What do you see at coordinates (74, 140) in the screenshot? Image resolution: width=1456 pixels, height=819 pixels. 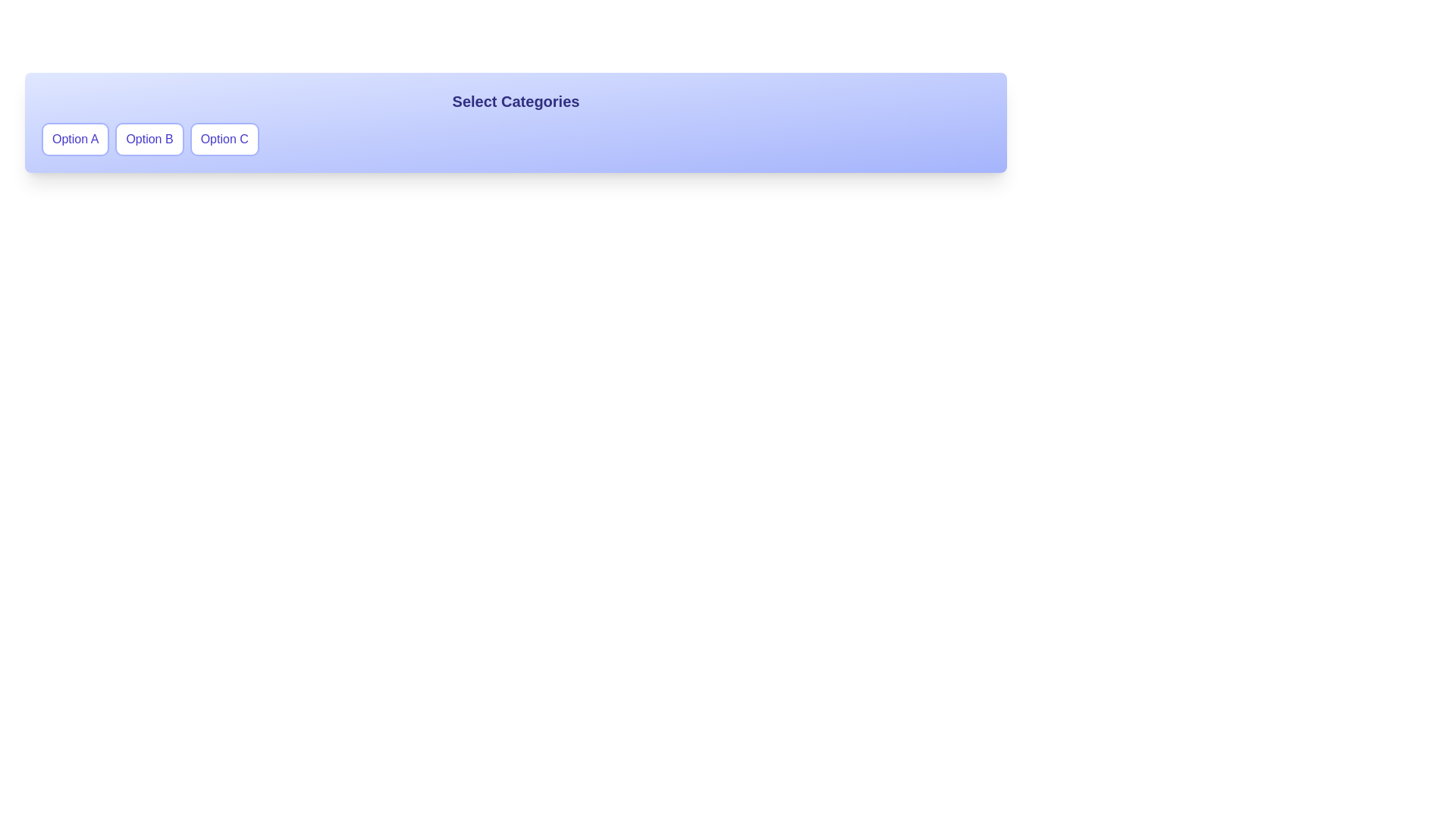 I see `the button labeled Option A to observe any visual change` at bounding box center [74, 140].